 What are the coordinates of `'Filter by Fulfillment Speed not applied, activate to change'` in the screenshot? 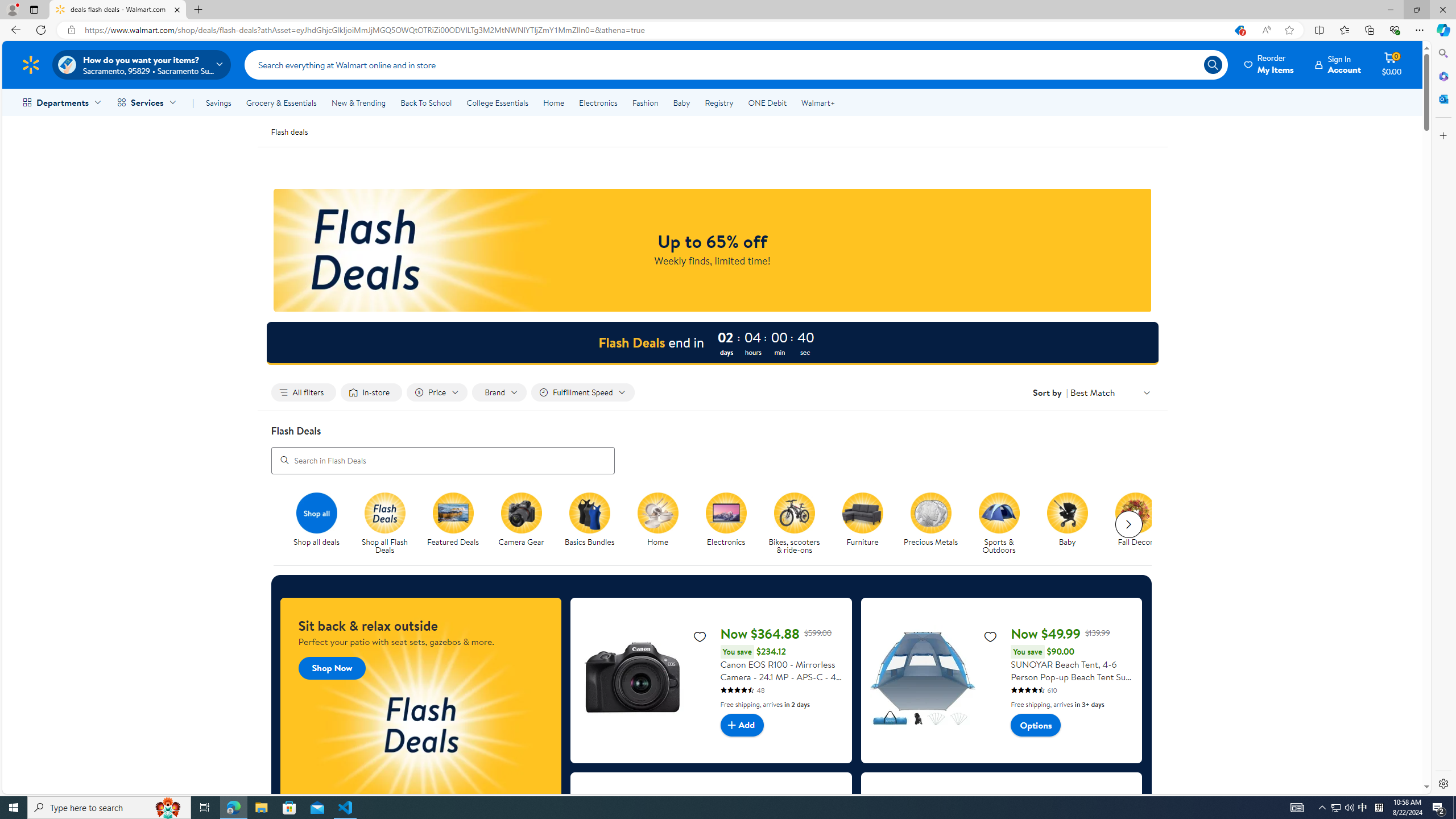 It's located at (582, 392).